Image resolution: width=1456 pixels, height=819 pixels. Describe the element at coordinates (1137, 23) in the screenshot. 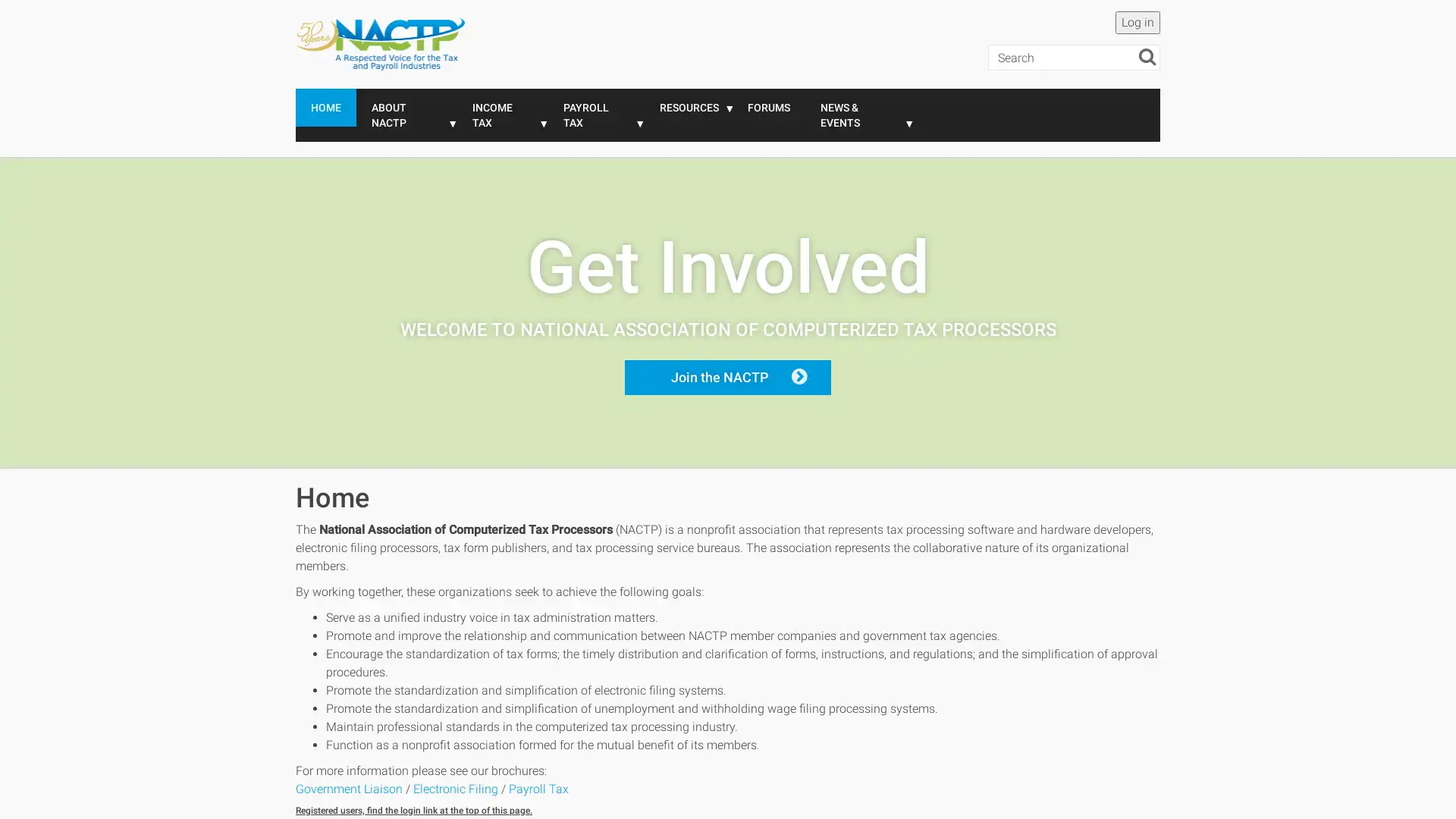

I see `Log in` at that location.